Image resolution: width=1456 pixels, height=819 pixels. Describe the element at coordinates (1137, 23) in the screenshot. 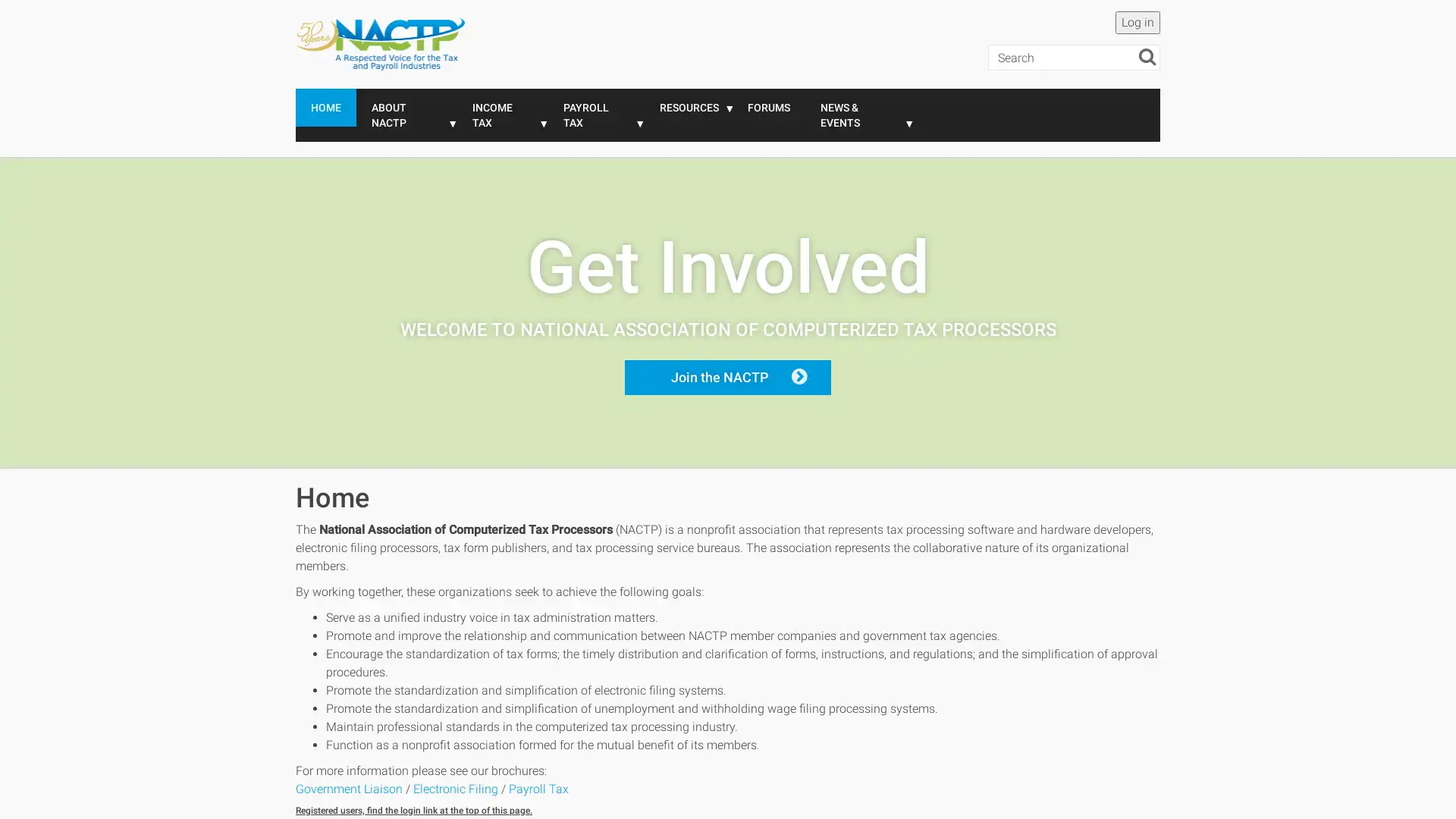

I see `Log in` at that location.